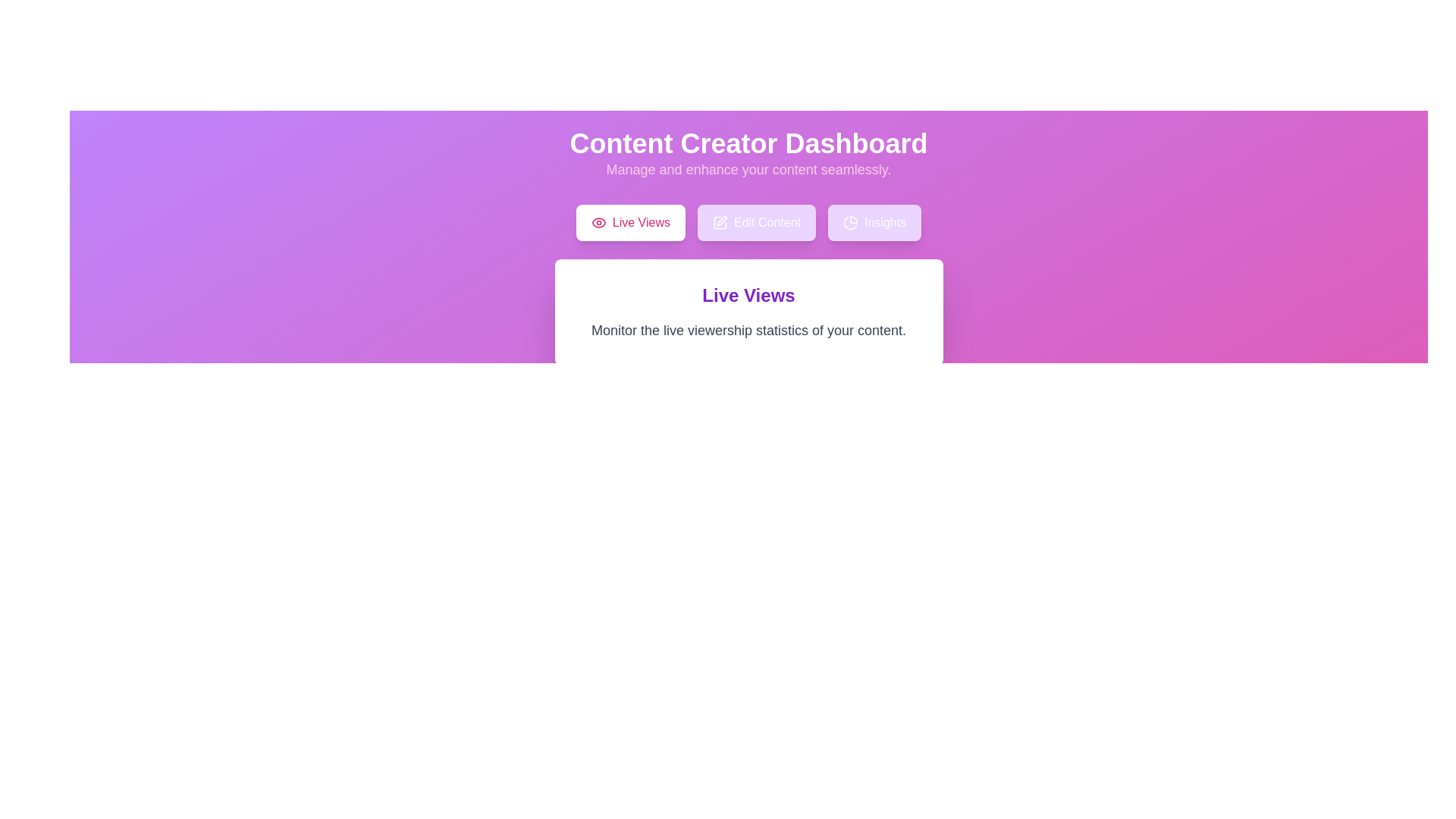 This screenshot has width=1456, height=819. What do you see at coordinates (757, 222) in the screenshot?
I see `the tab labeled Edit Content` at bounding box center [757, 222].